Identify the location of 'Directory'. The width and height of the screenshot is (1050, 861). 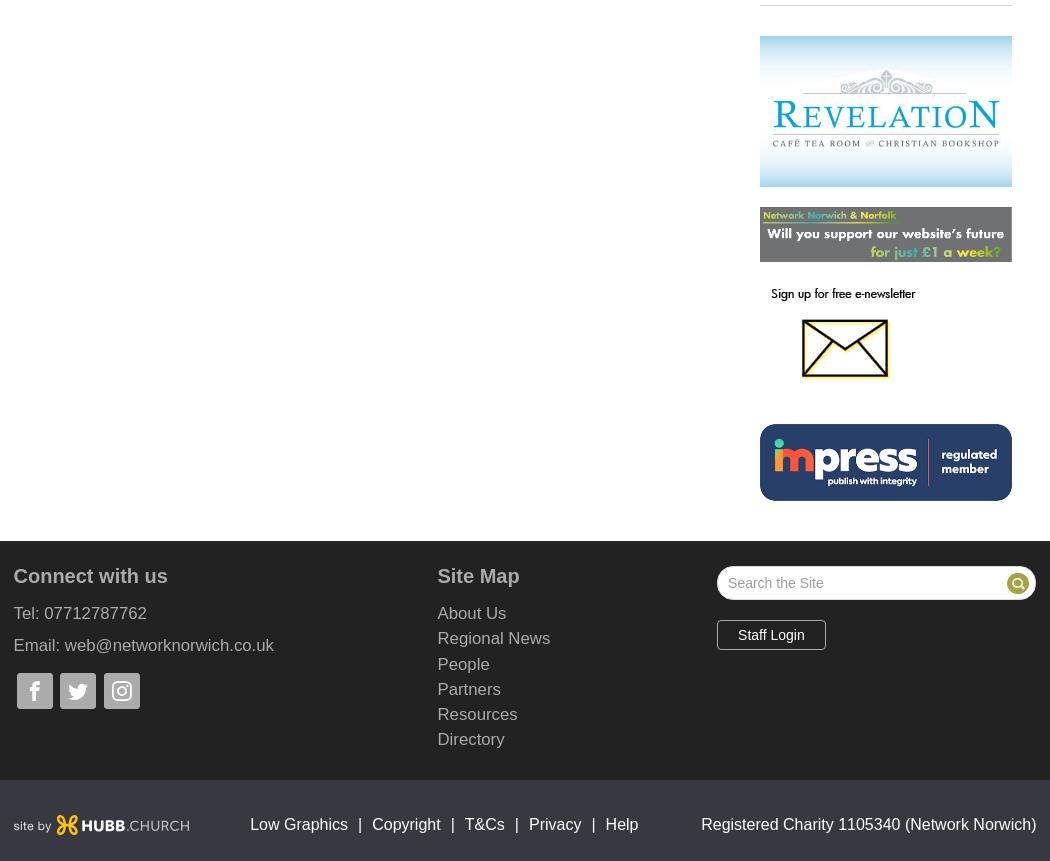
(470, 739).